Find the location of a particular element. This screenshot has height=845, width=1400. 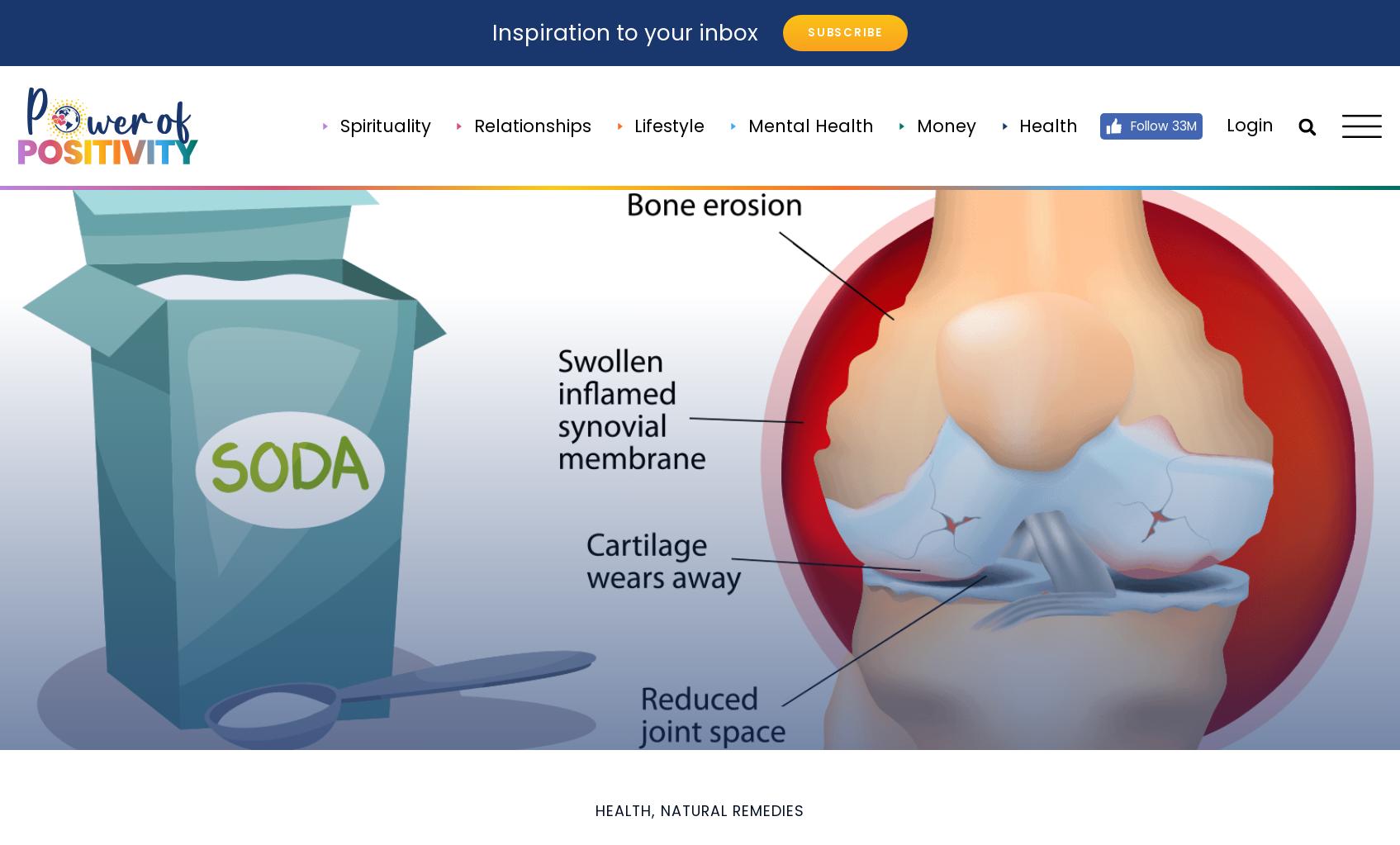

'Toxic People' is located at coordinates (774, 592).